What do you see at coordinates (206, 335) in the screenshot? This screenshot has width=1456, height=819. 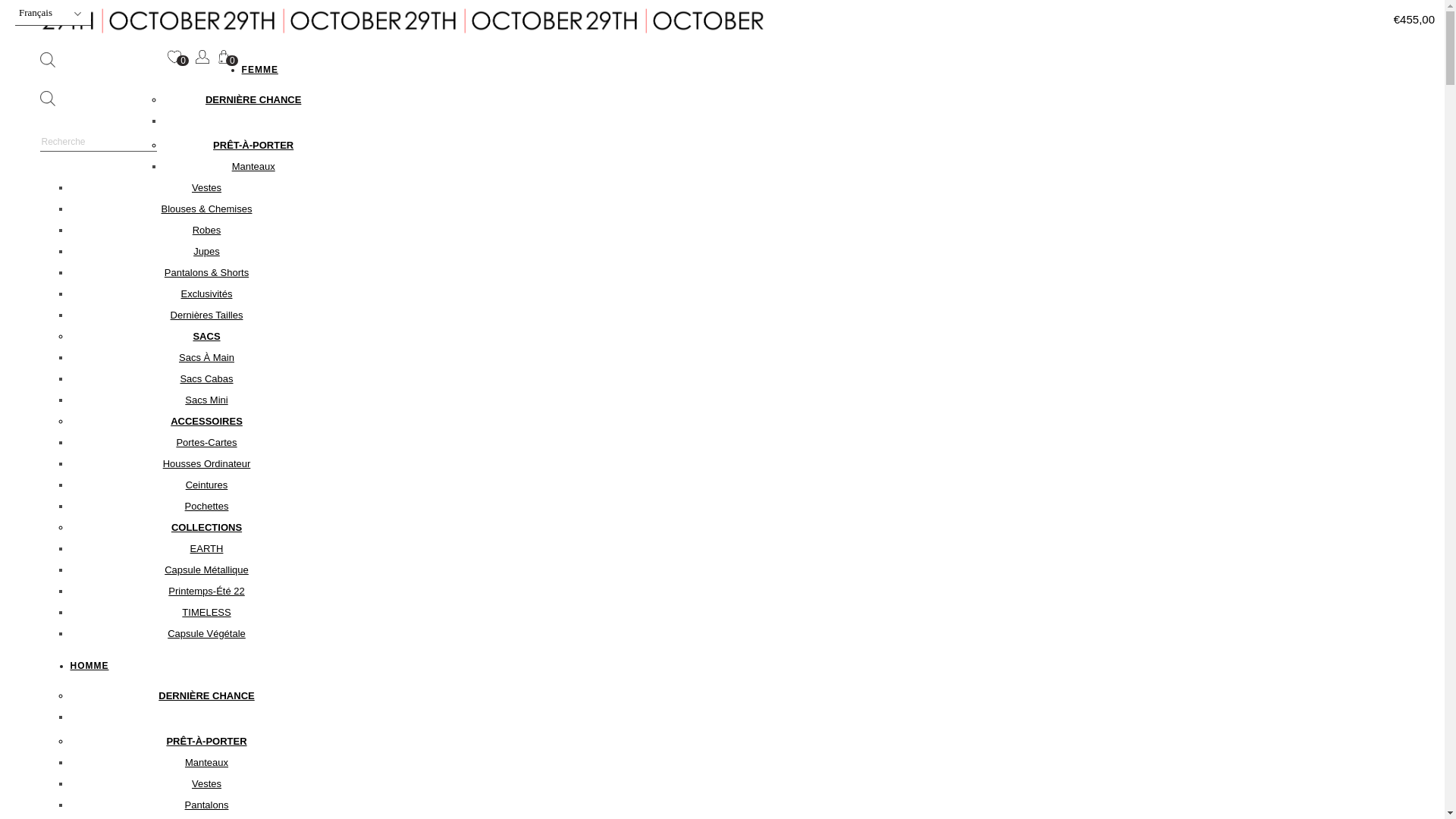 I see `'SACS'` at bounding box center [206, 335].